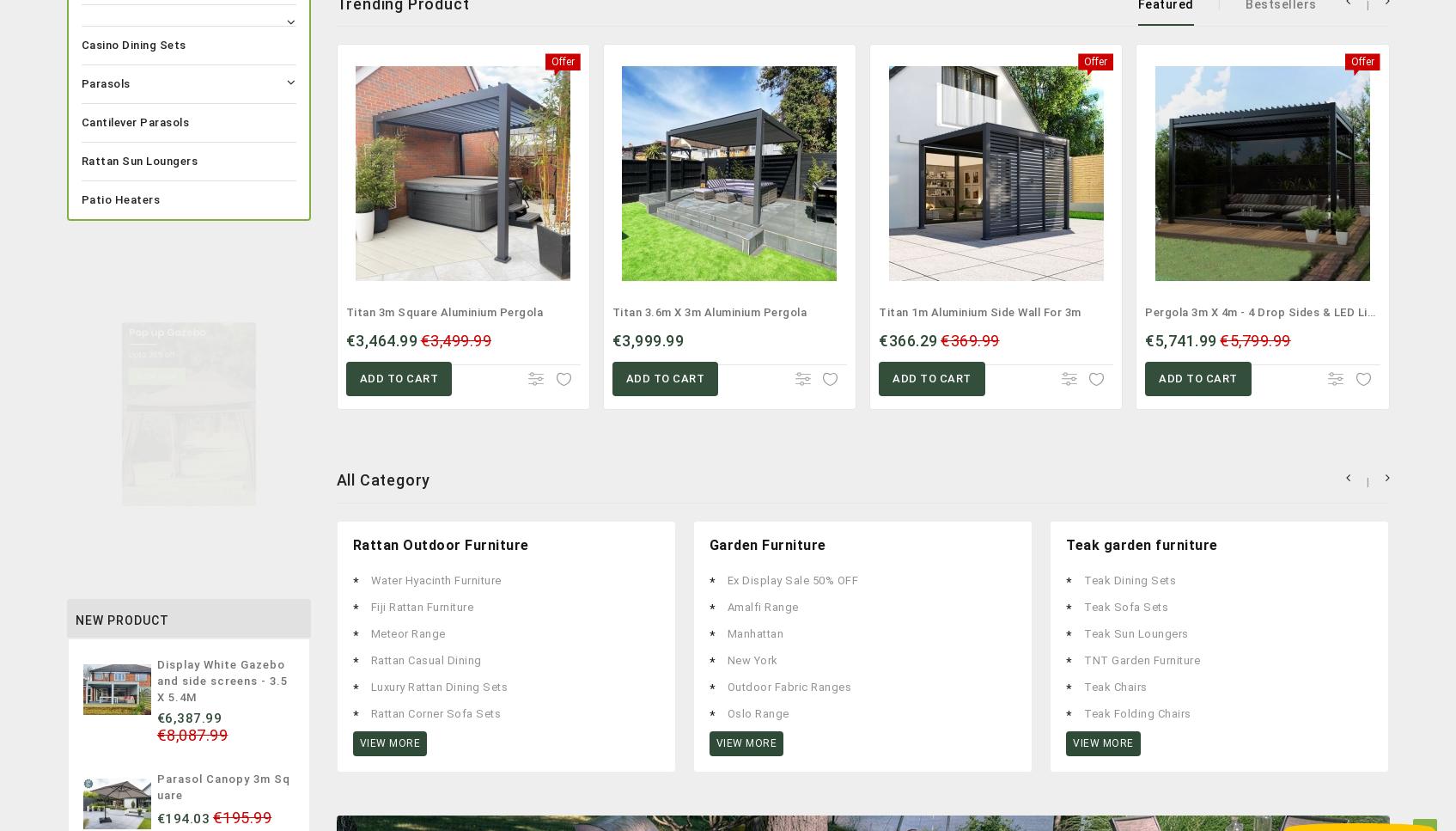 The image size is (1456, 831). I want to click on 'Patio Heaters', so click(120, 199).